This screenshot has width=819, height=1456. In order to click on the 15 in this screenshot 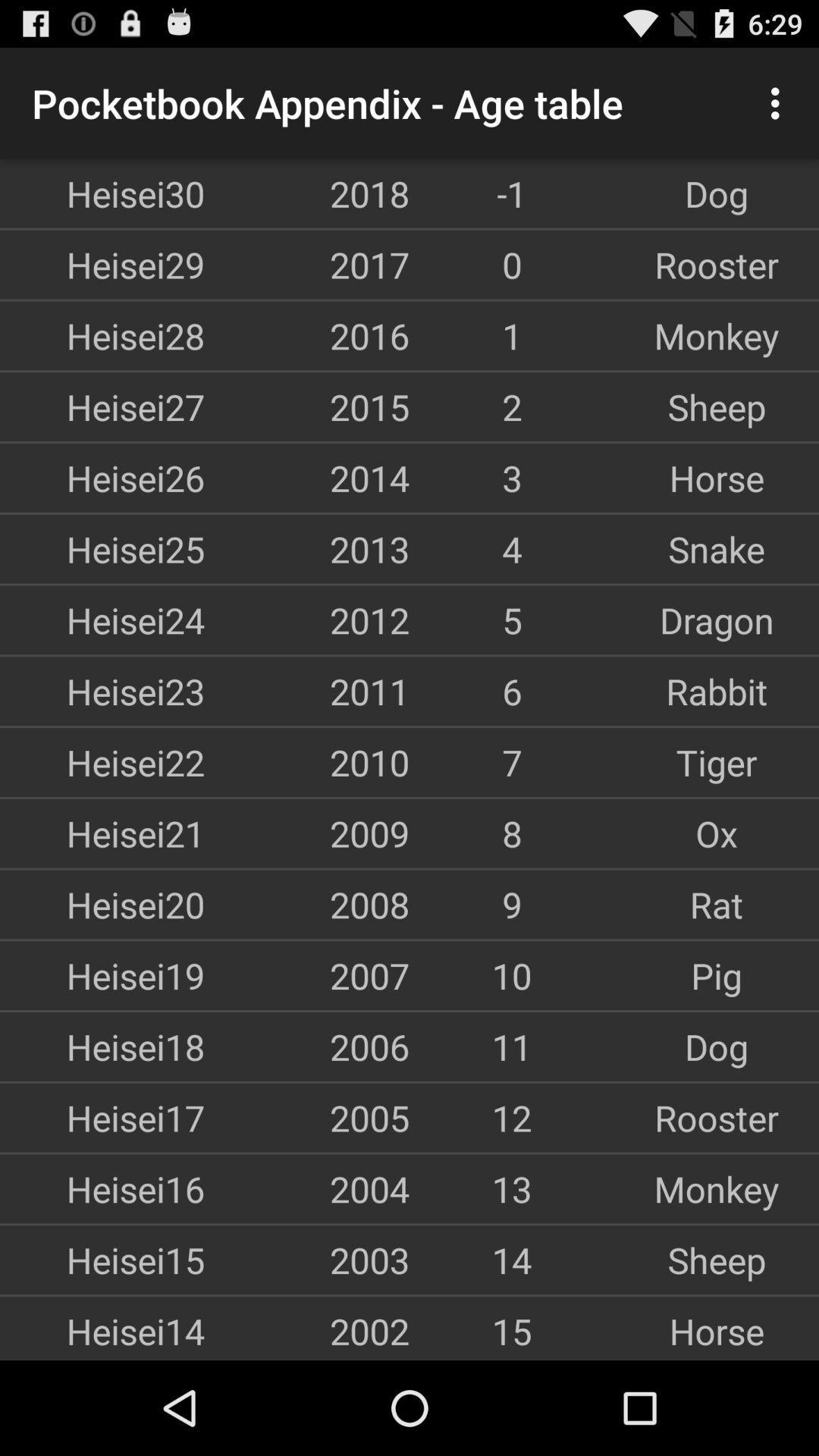, I will do `click(512, 1330)`.